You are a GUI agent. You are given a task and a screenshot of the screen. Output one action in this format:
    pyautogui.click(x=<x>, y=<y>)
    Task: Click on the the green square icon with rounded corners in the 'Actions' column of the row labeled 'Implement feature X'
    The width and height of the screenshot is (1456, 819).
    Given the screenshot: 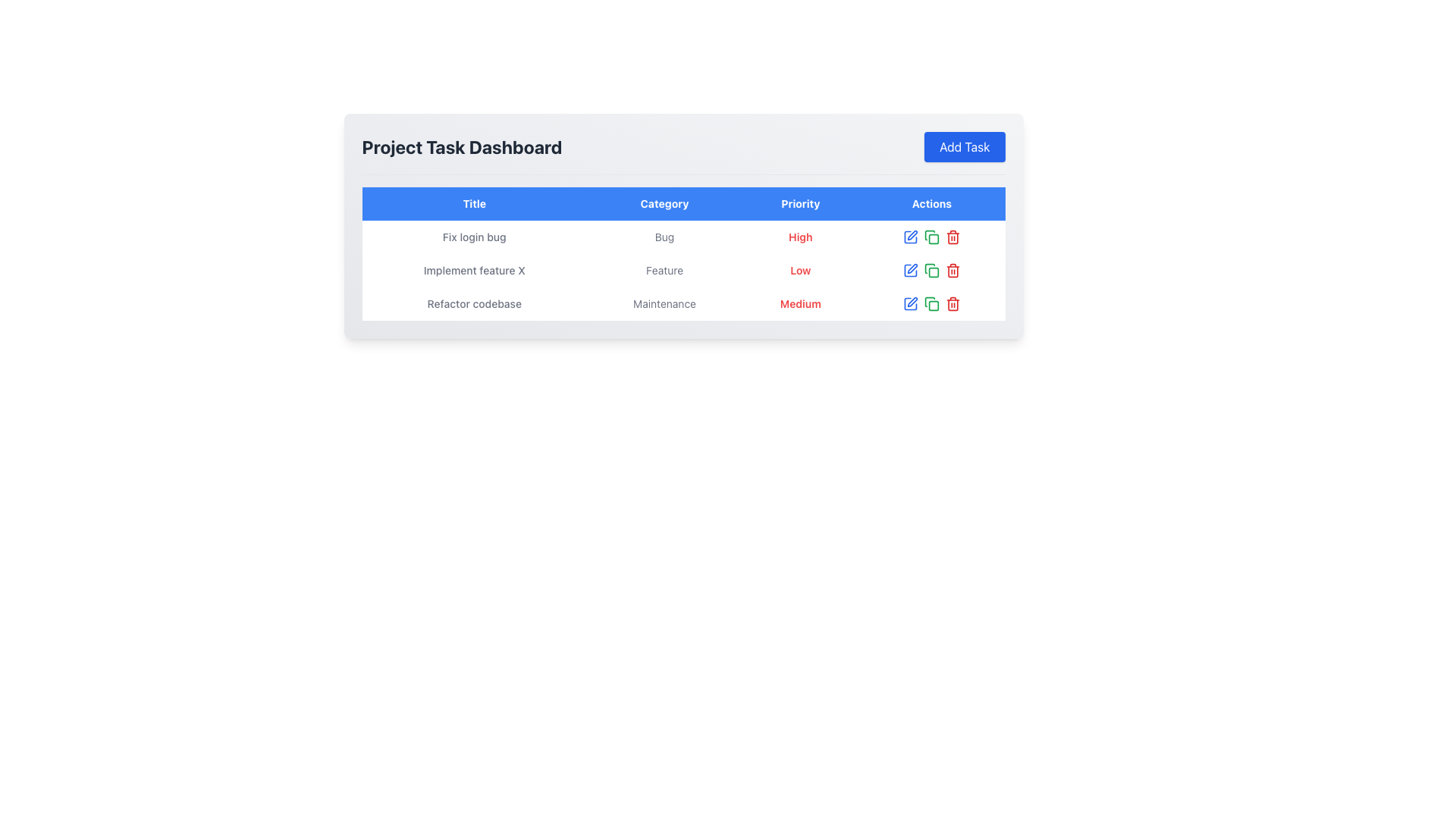 What is the action you would take?
    pyautogui.click(x=930, y=270)
    